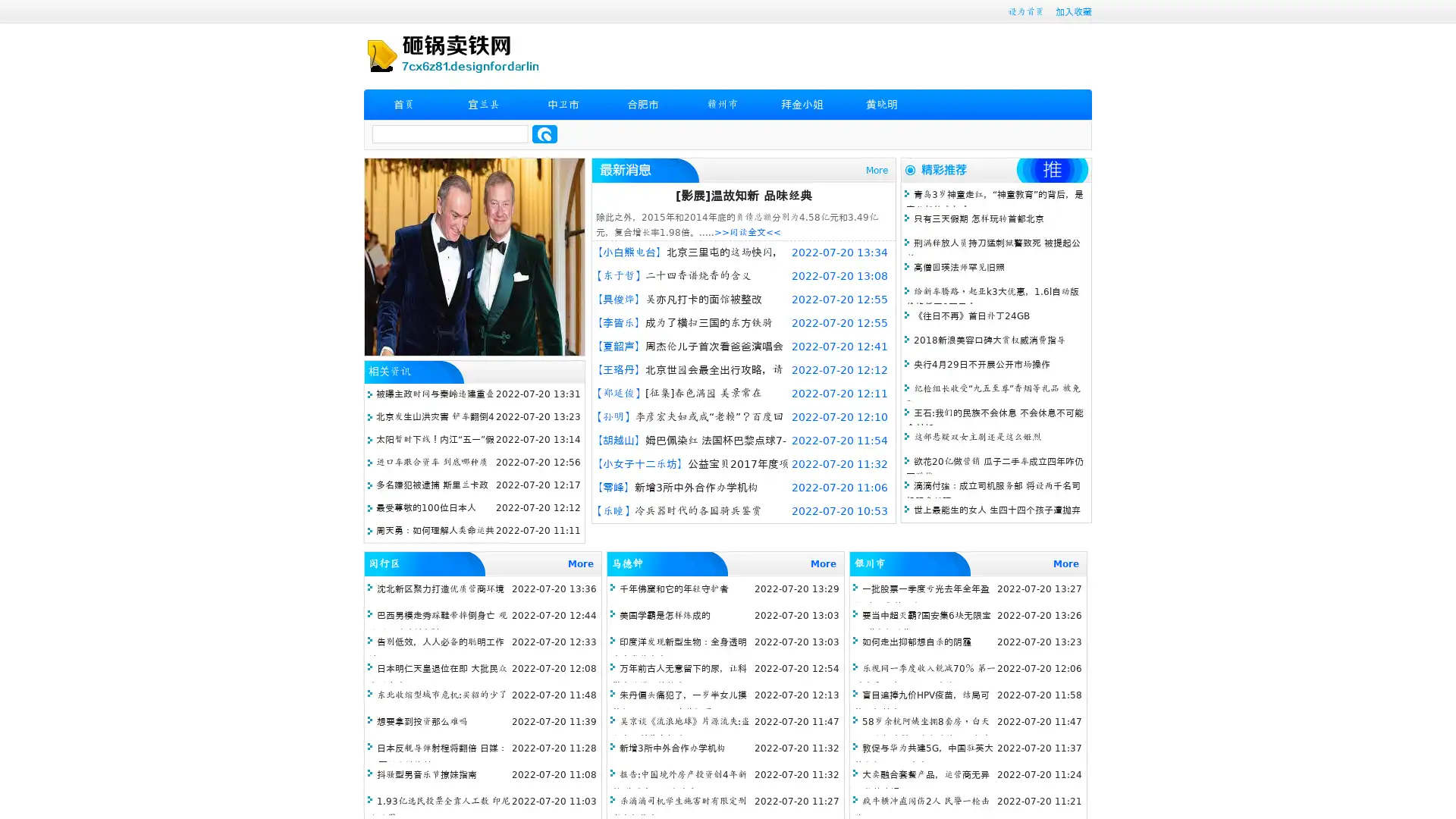 The width and height of the screenshot is (1456, 819). I want to click on Search, so click(544, 133).